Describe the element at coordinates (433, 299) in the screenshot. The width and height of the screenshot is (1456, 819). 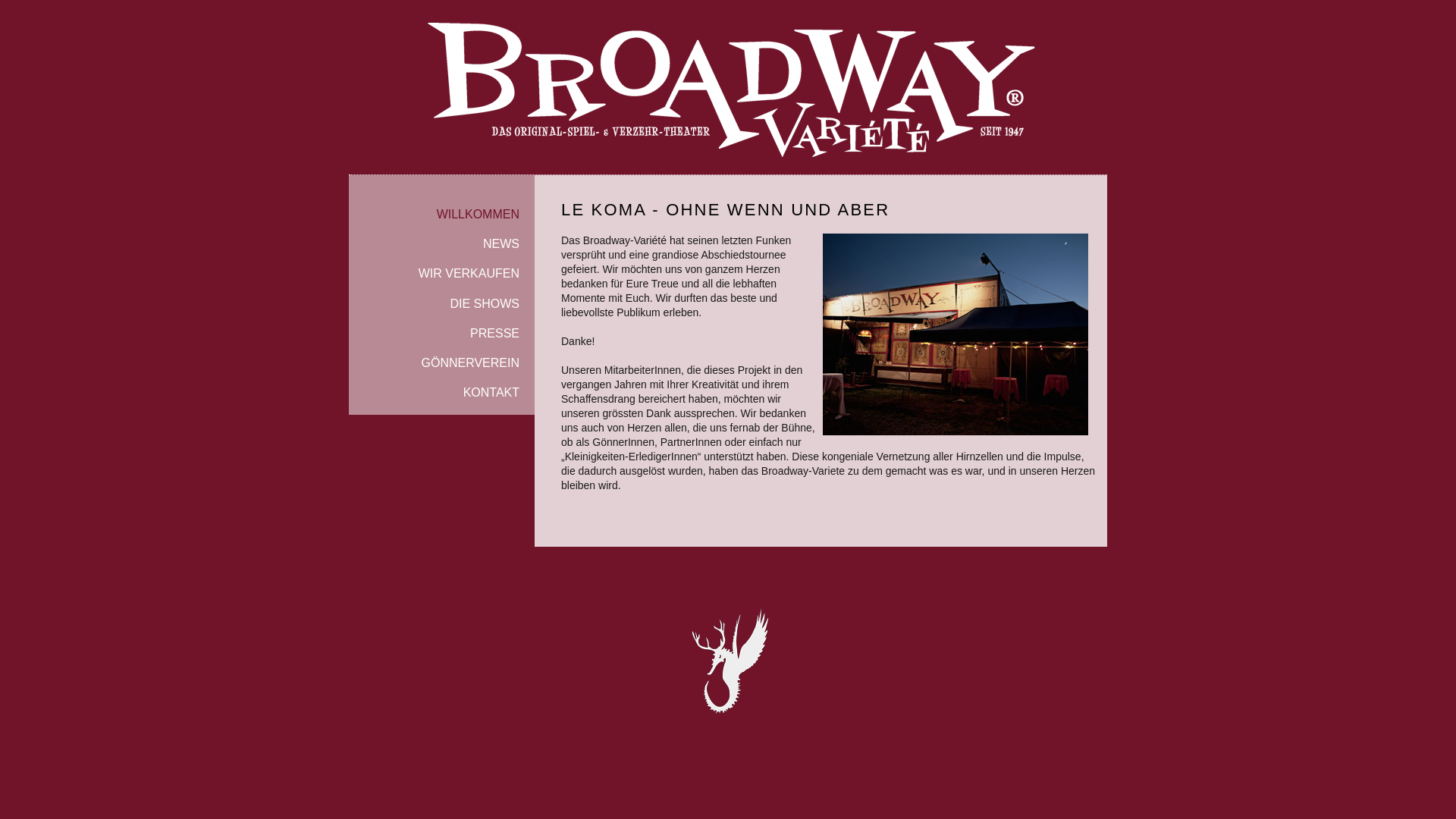
I see `'DIE SHOWS'` at that location.